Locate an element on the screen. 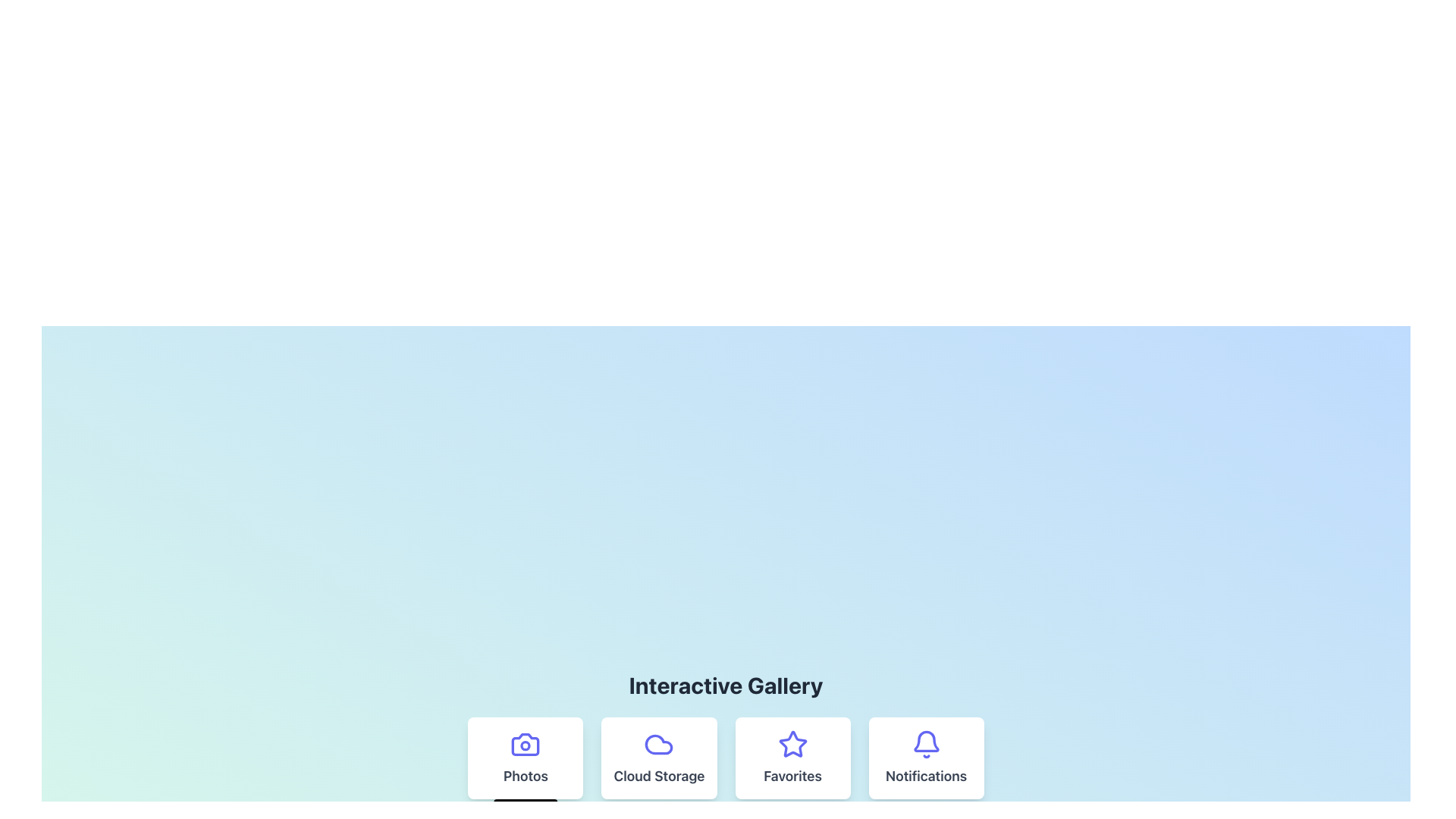 The image size is (1456, 819). the decorative star icon styled in indigo, which is part of the 'Favorites' button is located at coordinates (792, 744).